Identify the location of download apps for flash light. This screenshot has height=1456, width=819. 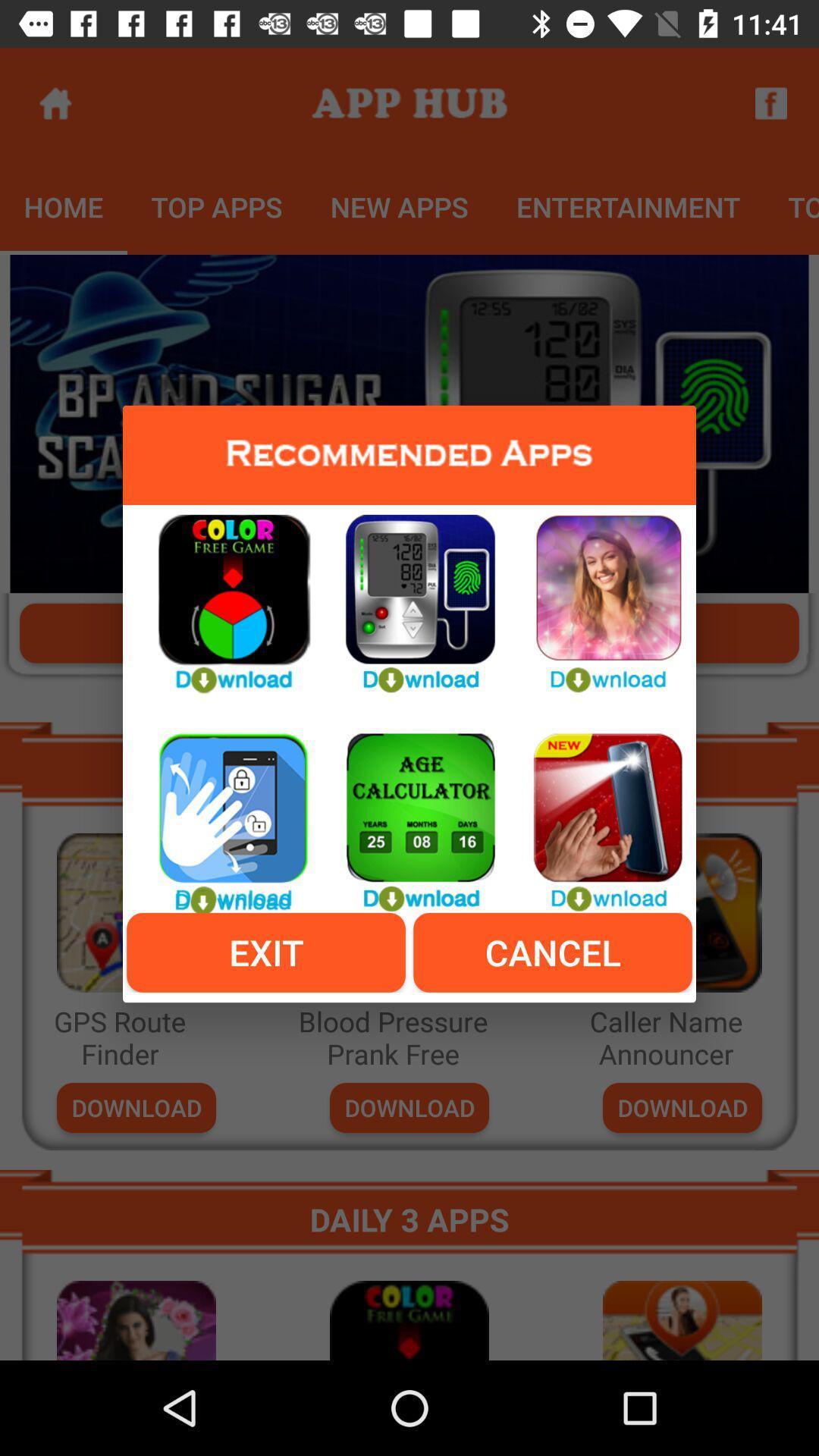
(595, 813).